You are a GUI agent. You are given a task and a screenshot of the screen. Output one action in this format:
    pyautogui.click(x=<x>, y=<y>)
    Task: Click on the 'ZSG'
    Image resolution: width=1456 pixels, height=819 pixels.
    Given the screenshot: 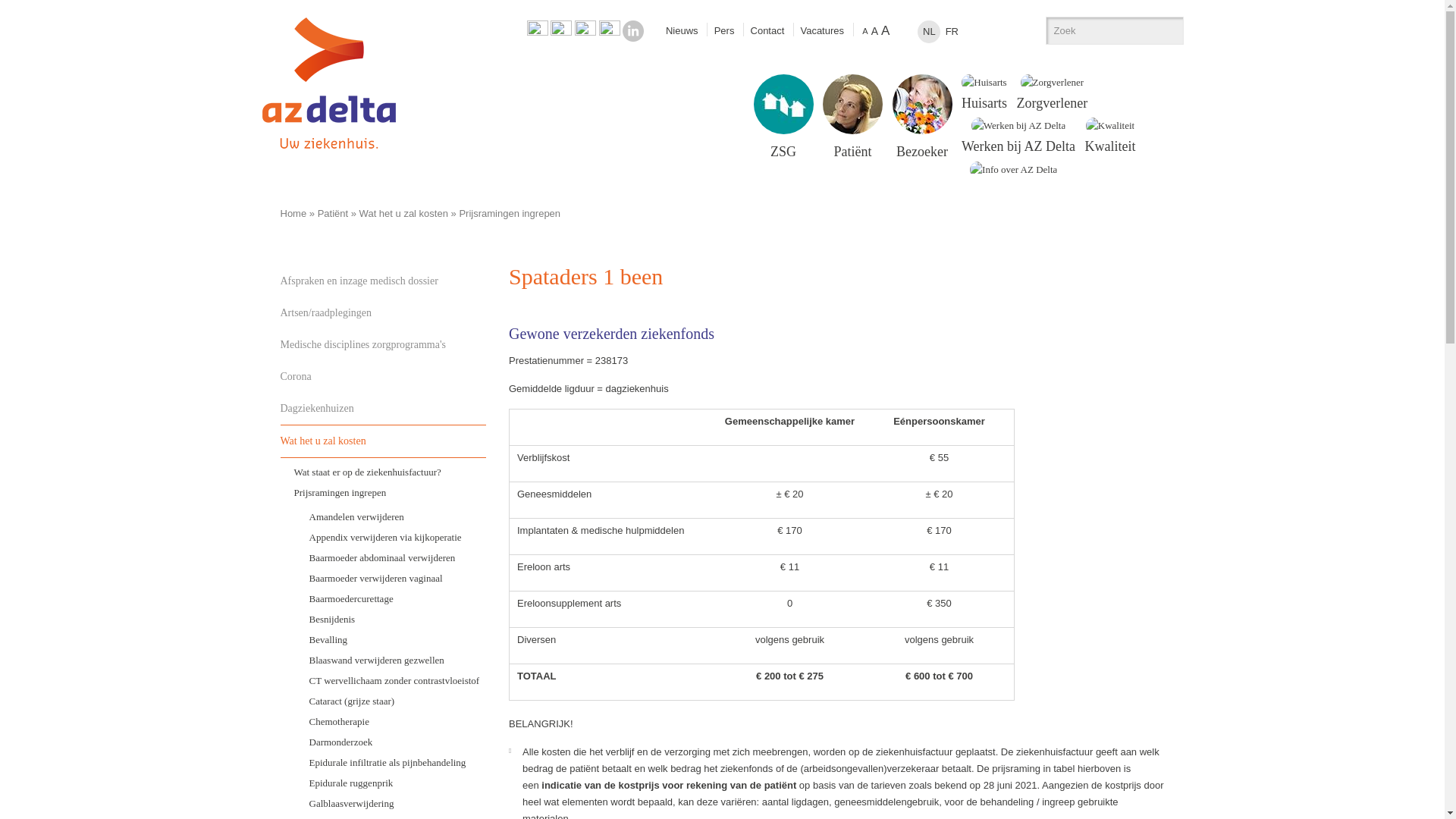 What is the action you would take?
    pyautogui.click(x=783, y=116)
    